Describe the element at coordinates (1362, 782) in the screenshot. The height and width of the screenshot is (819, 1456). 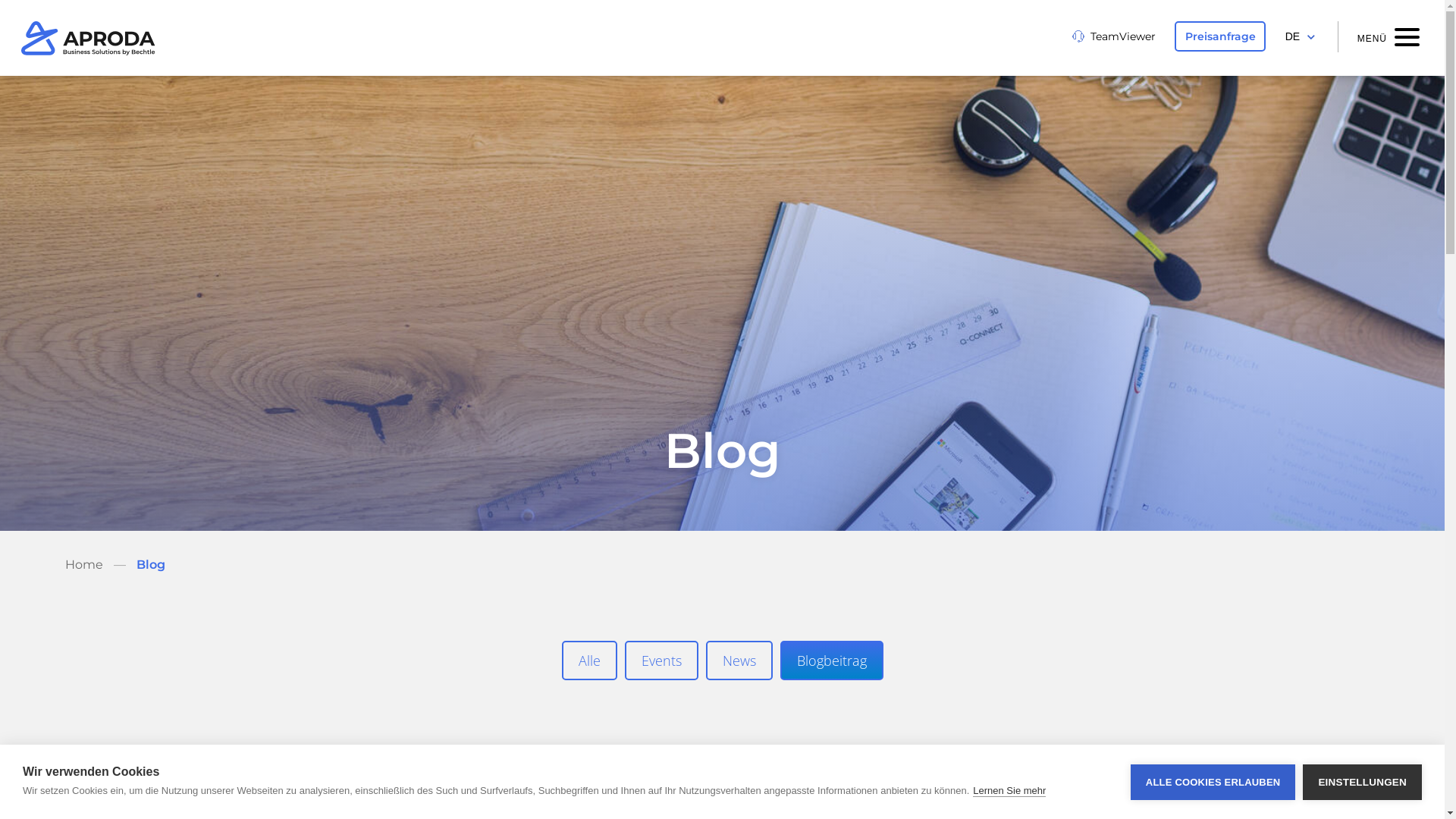
I see `'EINSTELLUNGEN'` at that location.